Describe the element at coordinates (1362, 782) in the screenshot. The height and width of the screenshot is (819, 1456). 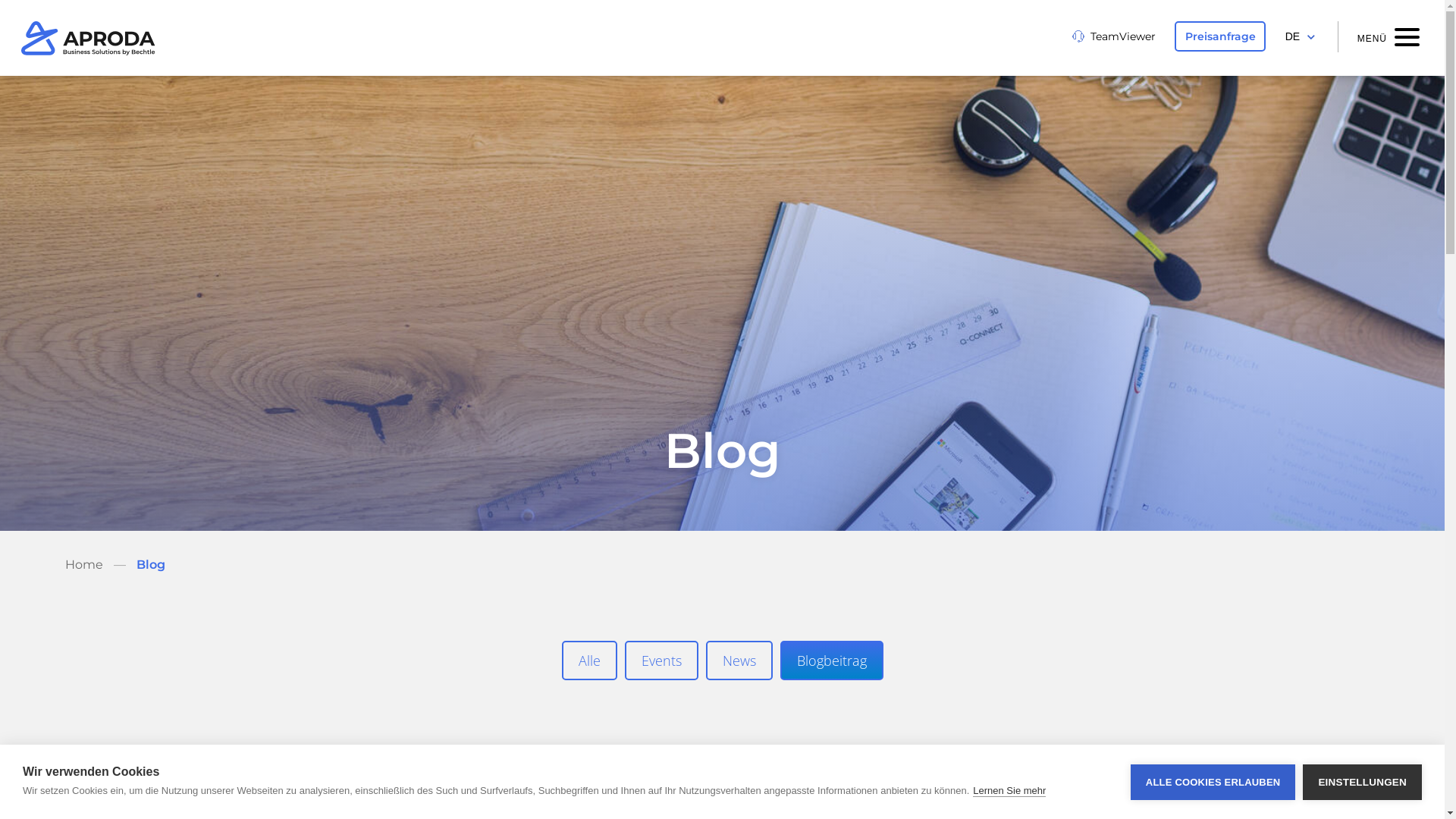
I see `'EINSTELLUNGEN'` at that location.